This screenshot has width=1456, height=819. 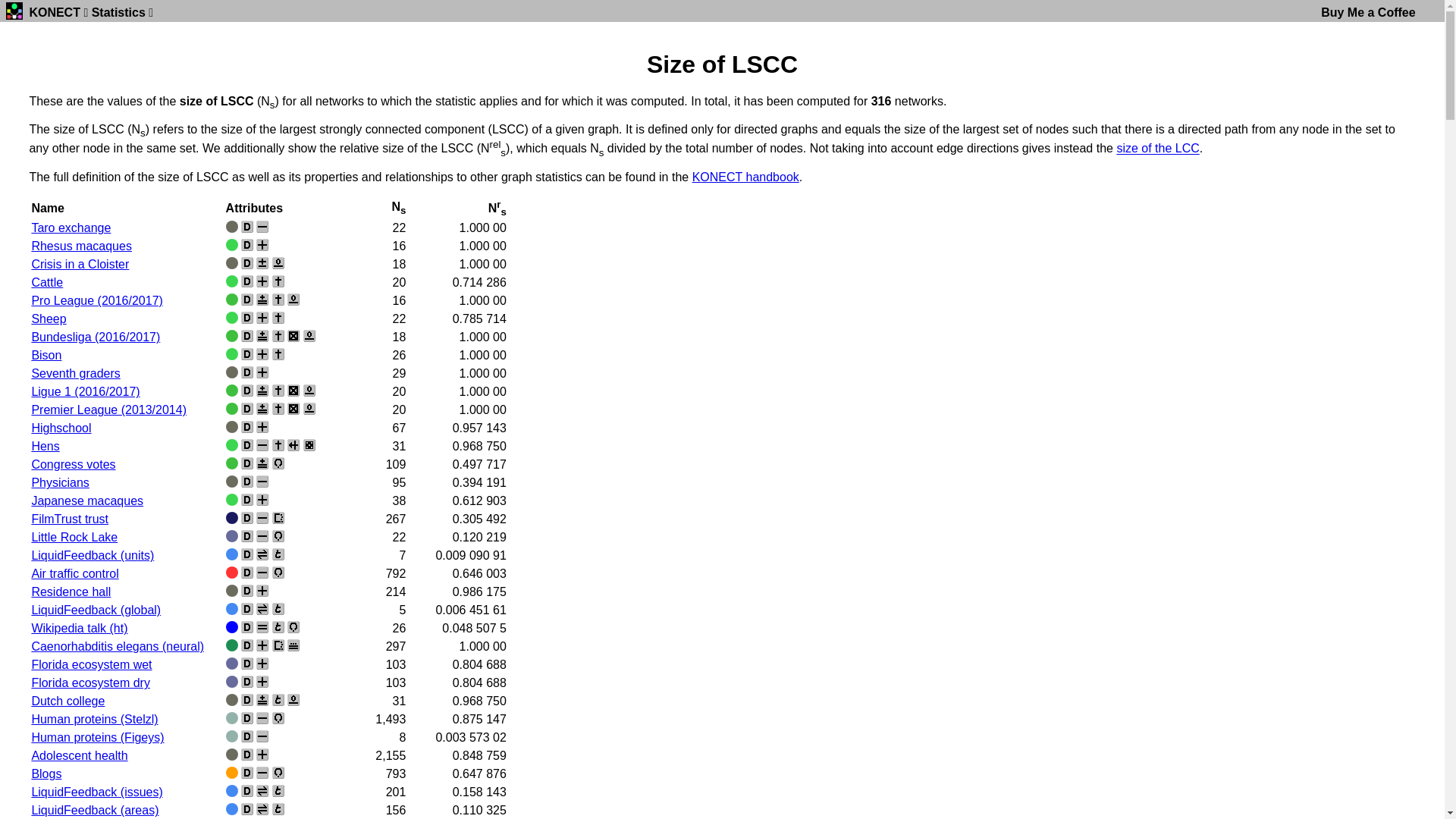 I want to click on 'LiquidFeedback (units)', so click(x=91, y=555).